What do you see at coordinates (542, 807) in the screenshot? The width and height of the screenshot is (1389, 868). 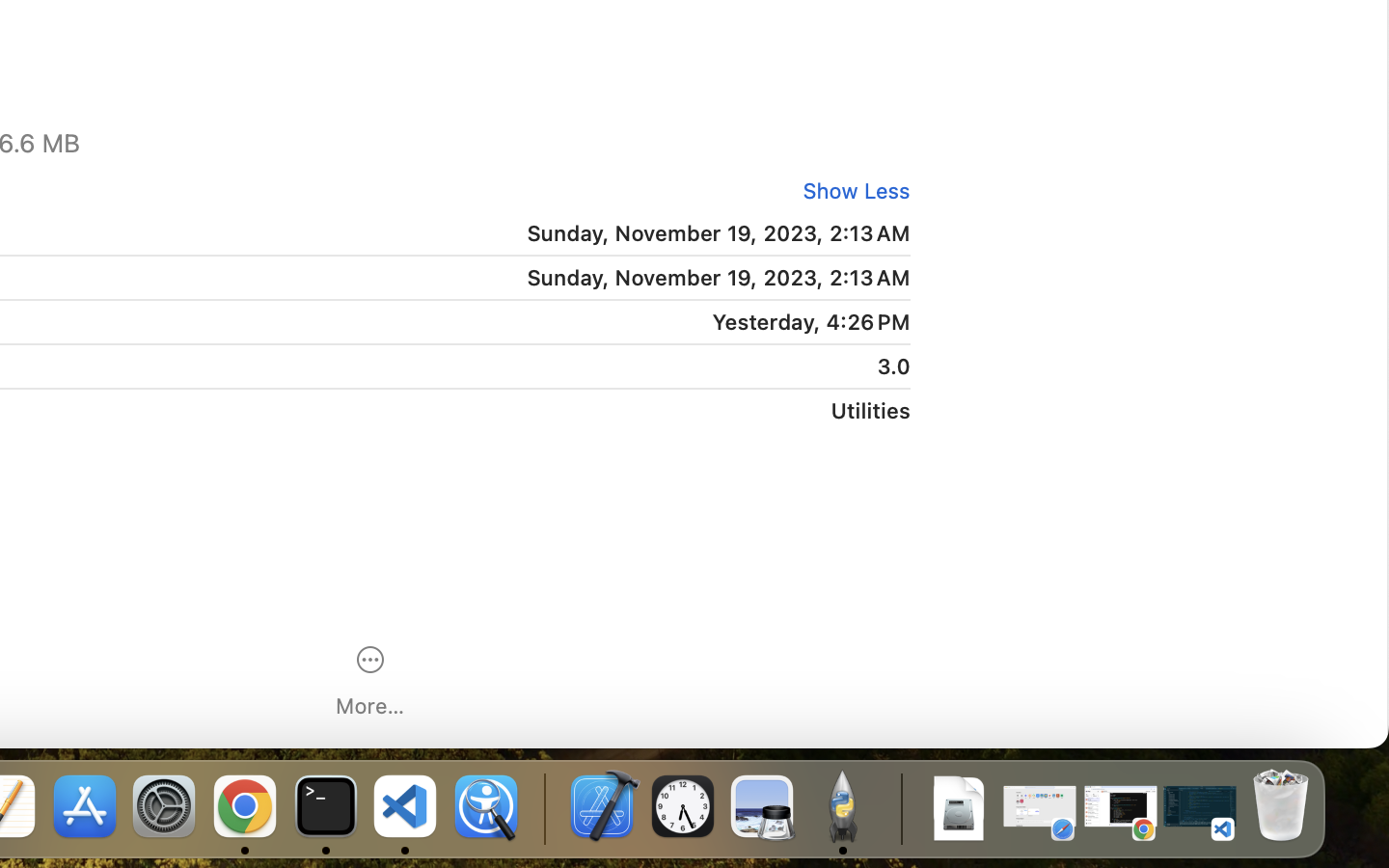 I see `'0.4285714328289032'` at bounding box center [542, 807].